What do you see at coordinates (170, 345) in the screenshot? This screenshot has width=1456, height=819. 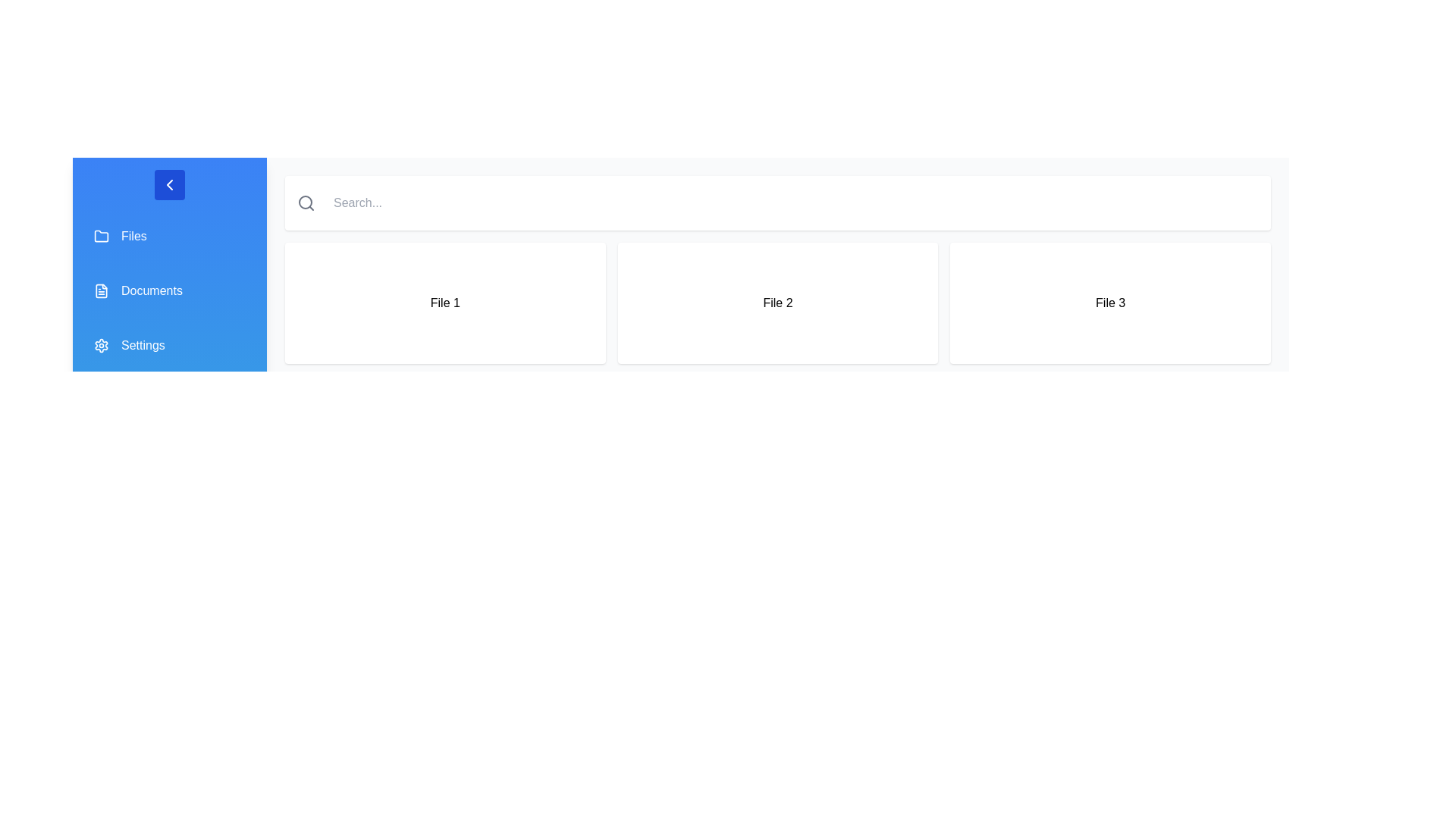 I see `the 'Settings' menu item in the sidebar` at bounding box center [170, 345].